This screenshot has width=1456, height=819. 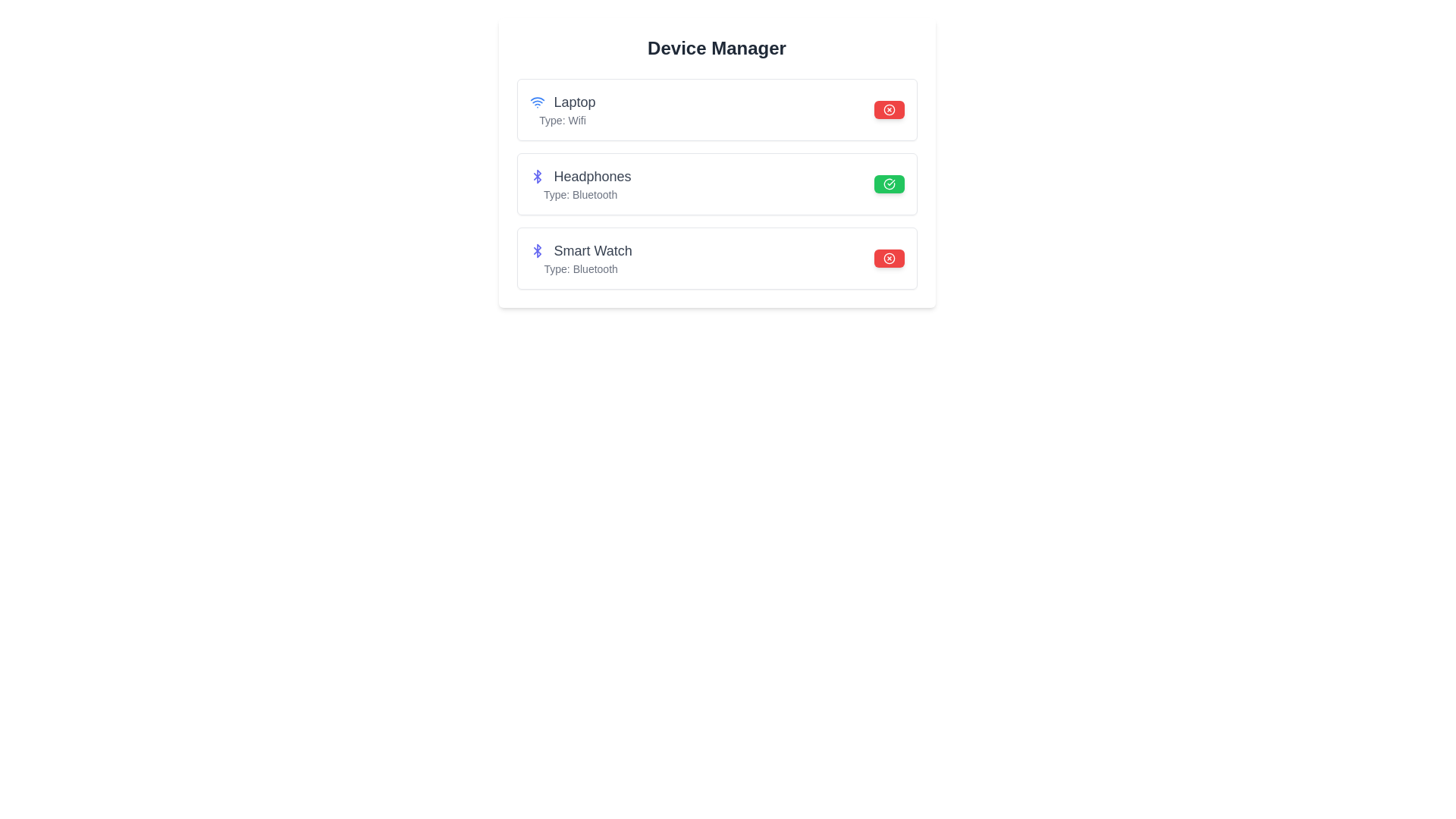 What do you see at coordinates (889, 109) in the screenshot?
I see `the red button with a circled 'X' icon located in the top-right corner of the 'Laptop' item block in the 'Device Manager' interface` at bounding box center [889, 109].